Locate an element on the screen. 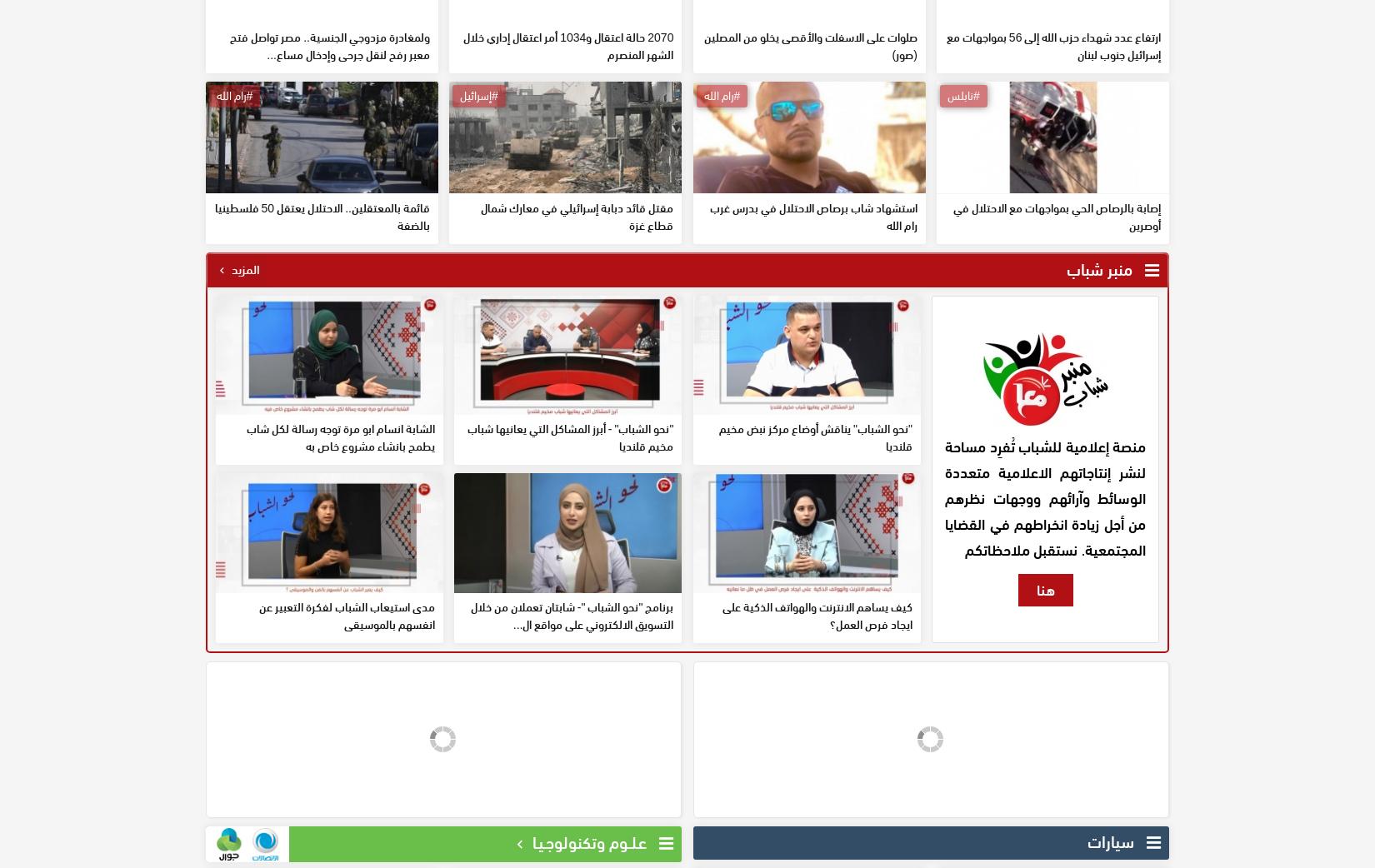  '"نحو الشباب" يناقش أوضاع مركز نبض مخيم قلنديا' is located at coordinates (814, 558).